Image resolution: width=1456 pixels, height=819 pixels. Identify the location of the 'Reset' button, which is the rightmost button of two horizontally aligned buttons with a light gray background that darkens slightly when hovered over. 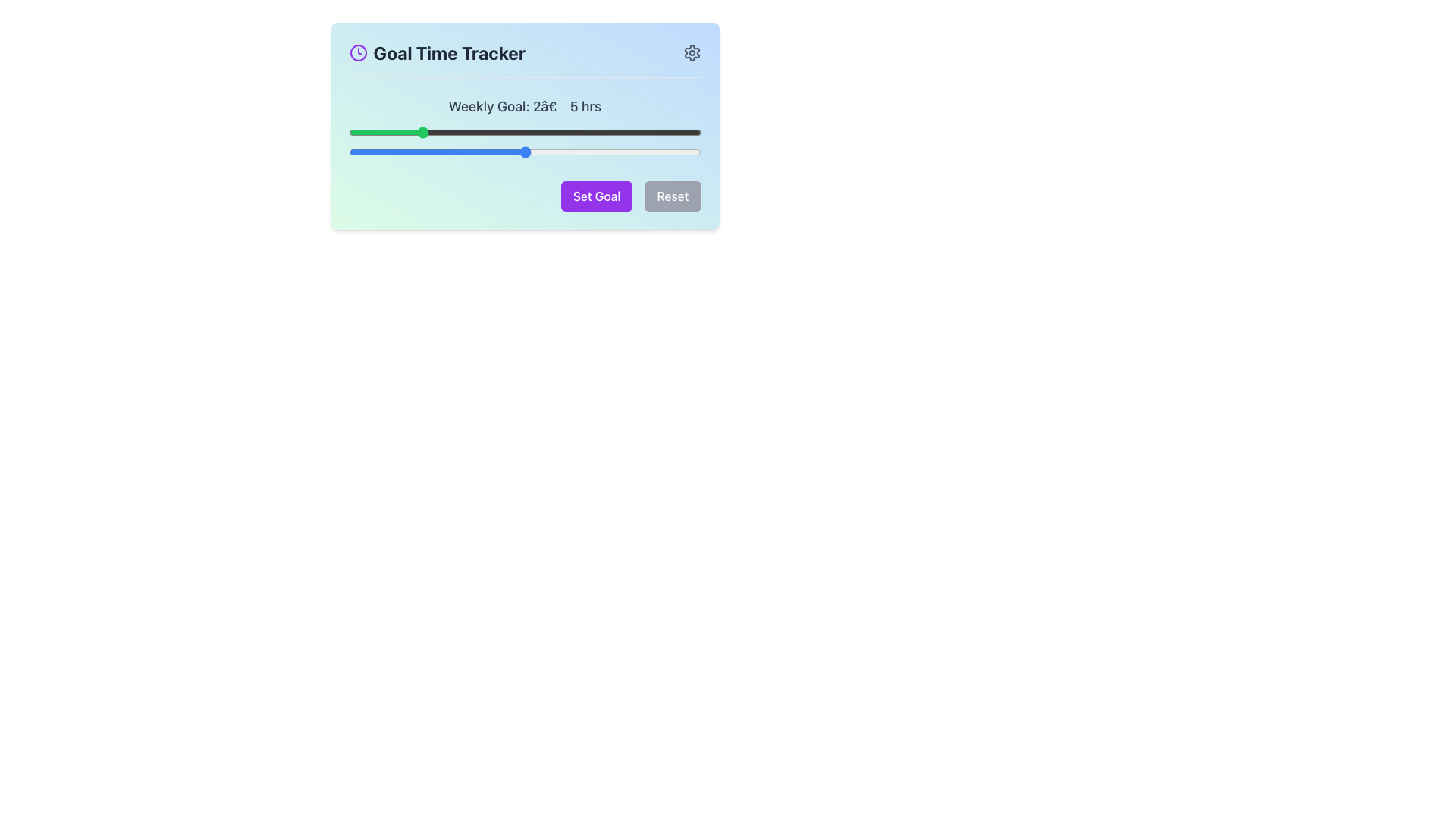
(672, 195).